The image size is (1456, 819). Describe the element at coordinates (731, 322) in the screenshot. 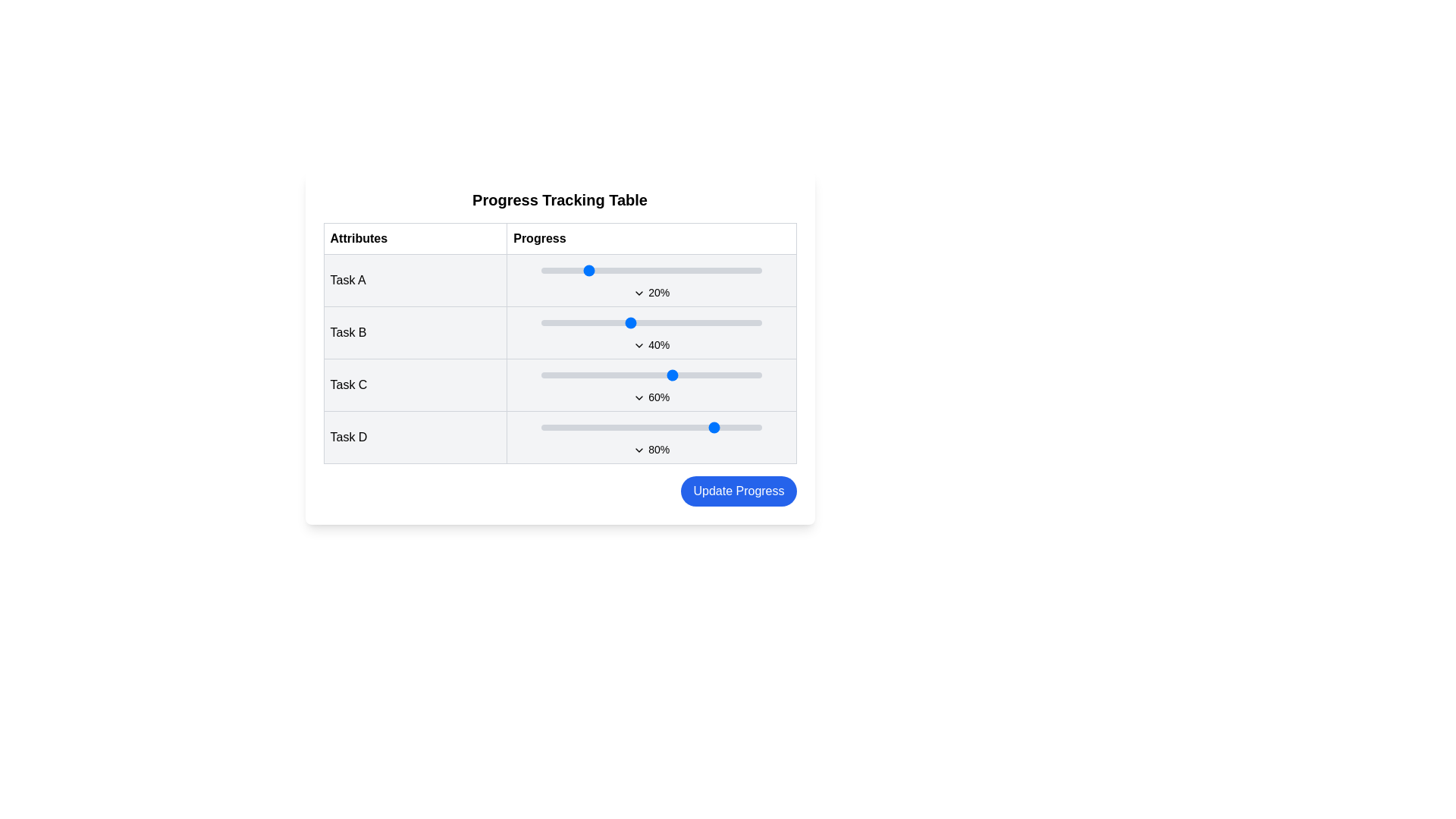

I see `the progress of Task B` at that location.